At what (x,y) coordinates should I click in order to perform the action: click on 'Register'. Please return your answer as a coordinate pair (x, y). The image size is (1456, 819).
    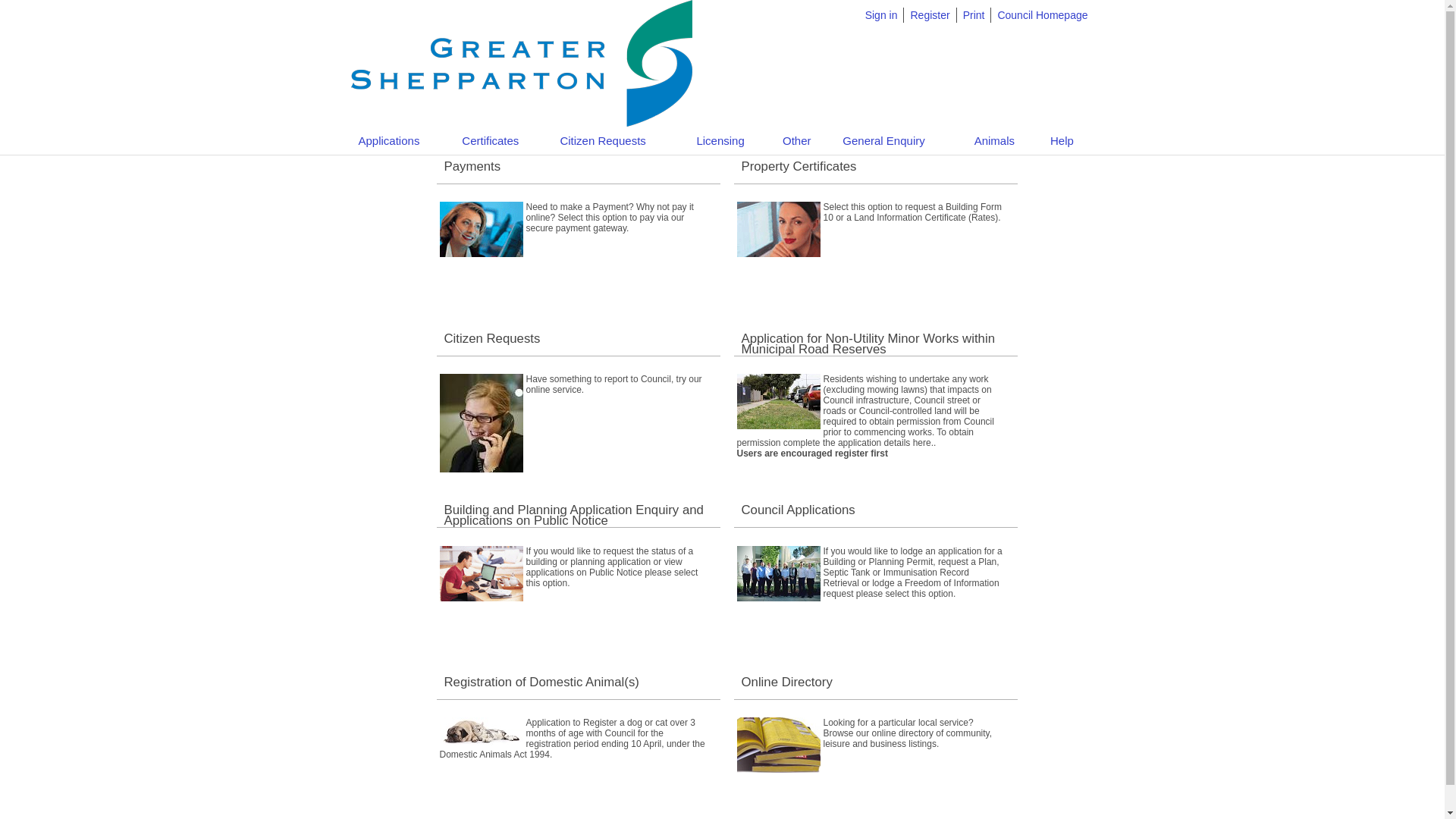
    Looking at the image, I should click on (928, 14).